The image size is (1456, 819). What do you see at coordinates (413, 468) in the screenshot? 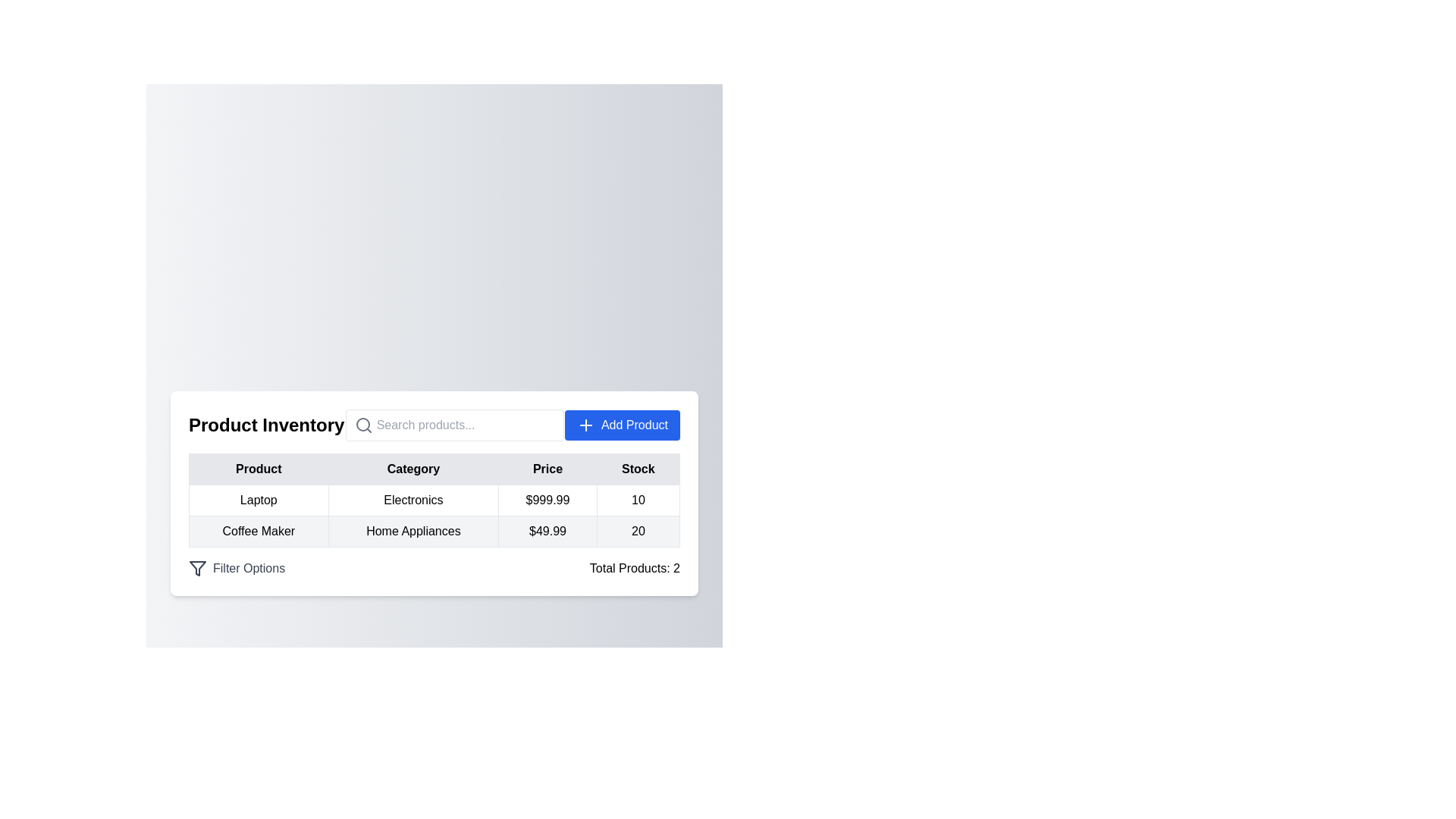
I see `text label 'Category' located in the second column header of the data table, positioned between 'Product' and 'Price'` at bounding box center [413, 468].